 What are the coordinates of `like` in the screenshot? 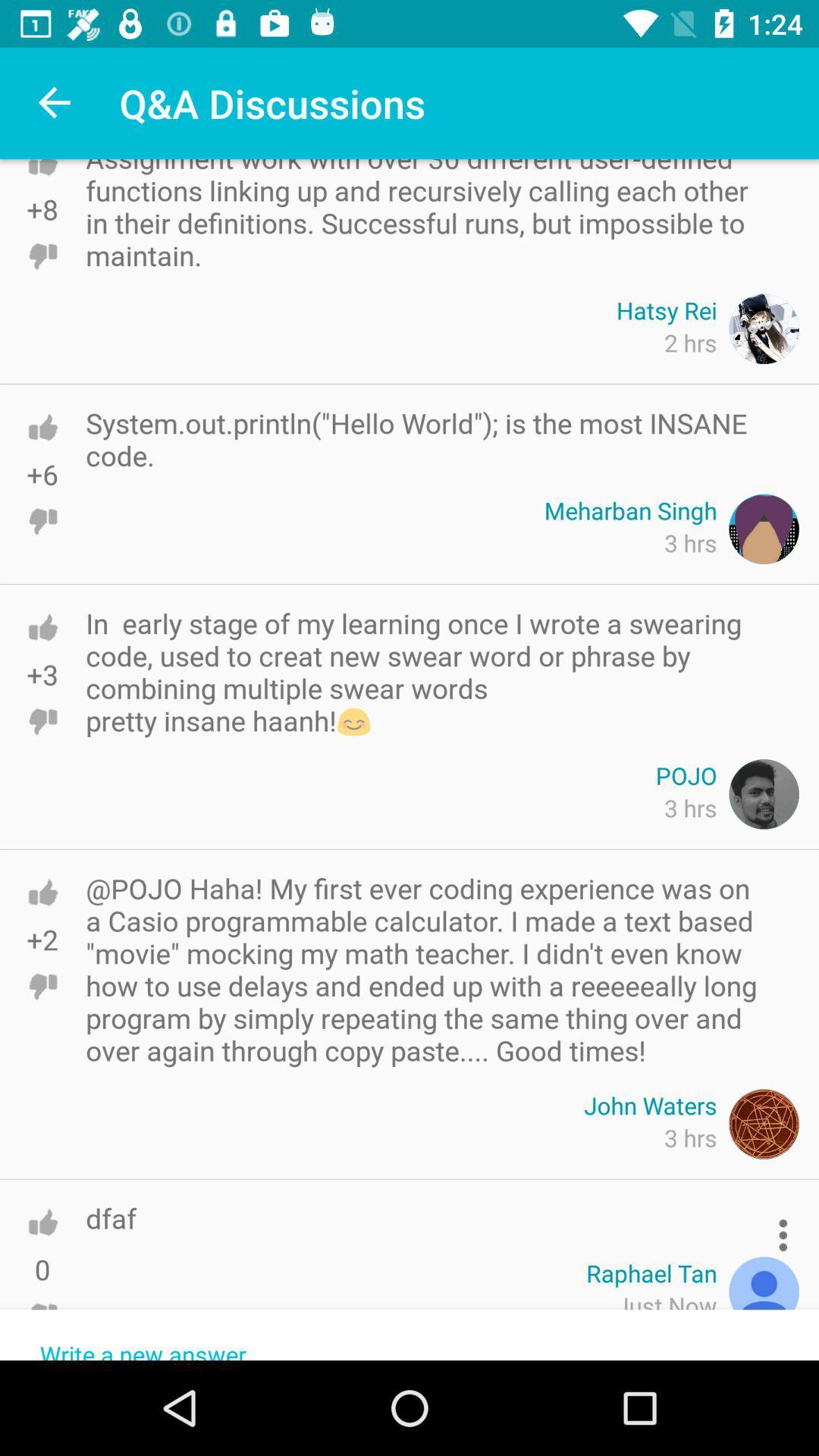 It's located at (42, 426).